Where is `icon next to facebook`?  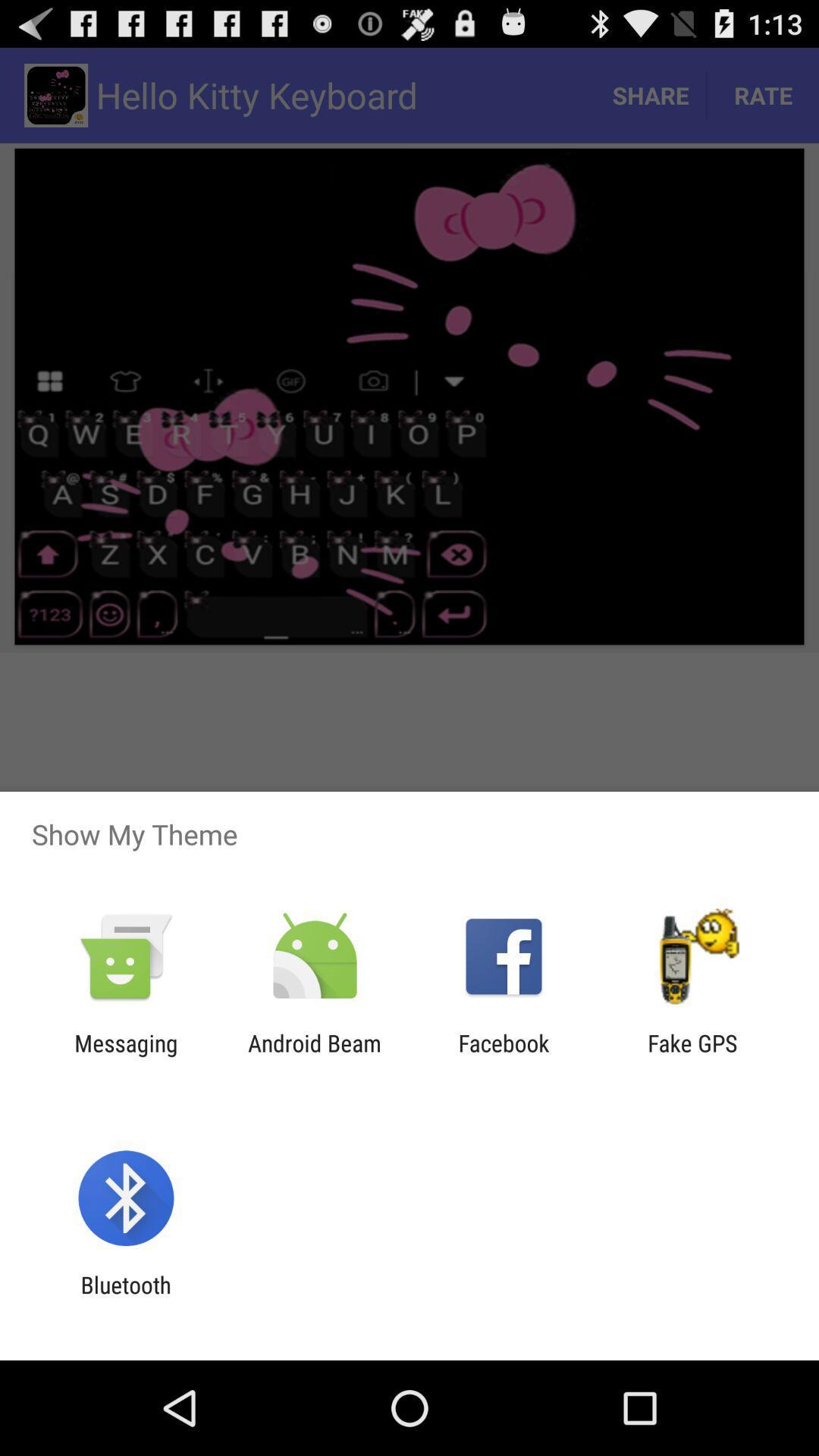
icon next to facebook is located at coordinates (314, 1056).